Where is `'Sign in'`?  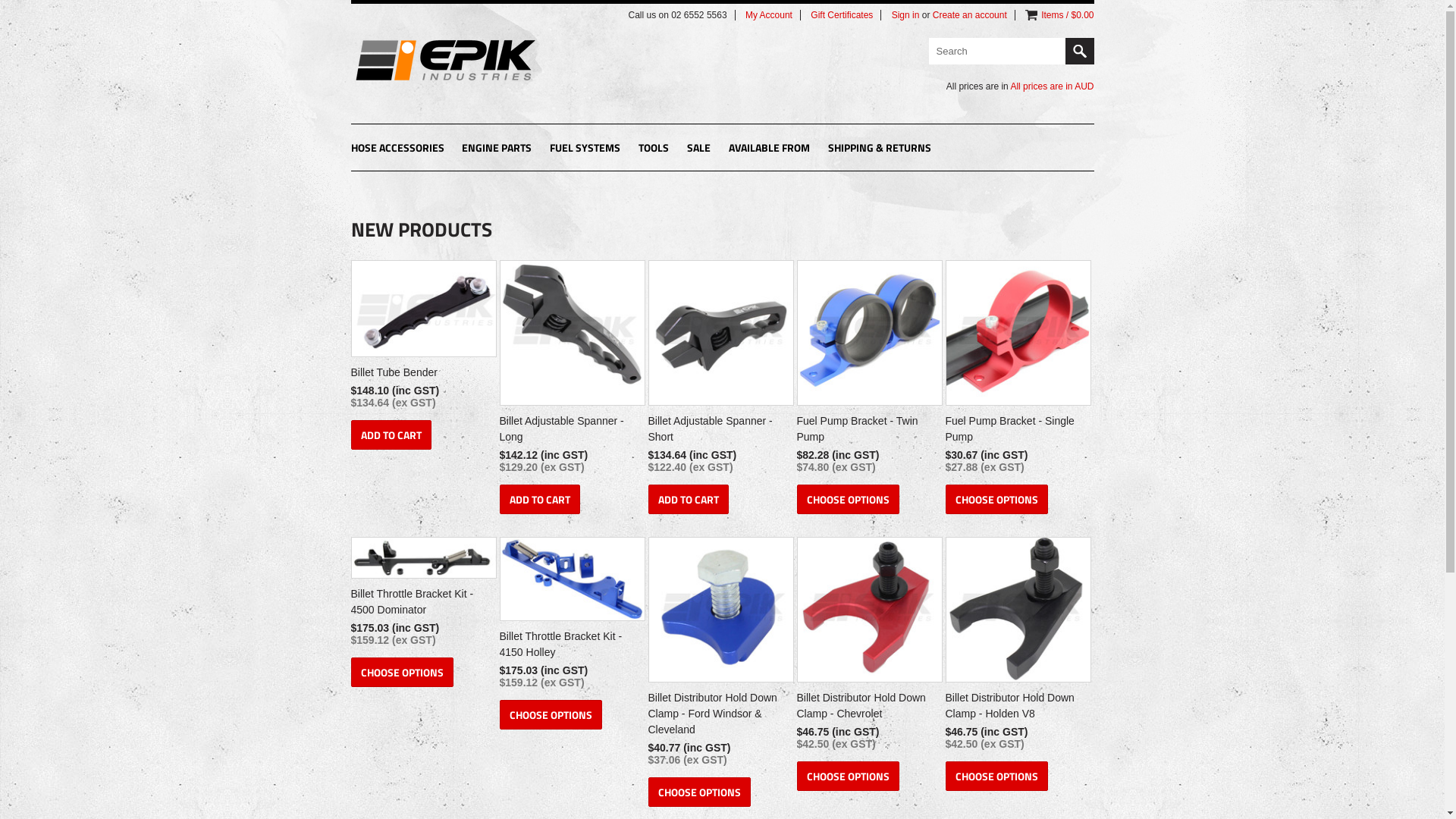
'Sign in' is located at coordinates (892, 14).